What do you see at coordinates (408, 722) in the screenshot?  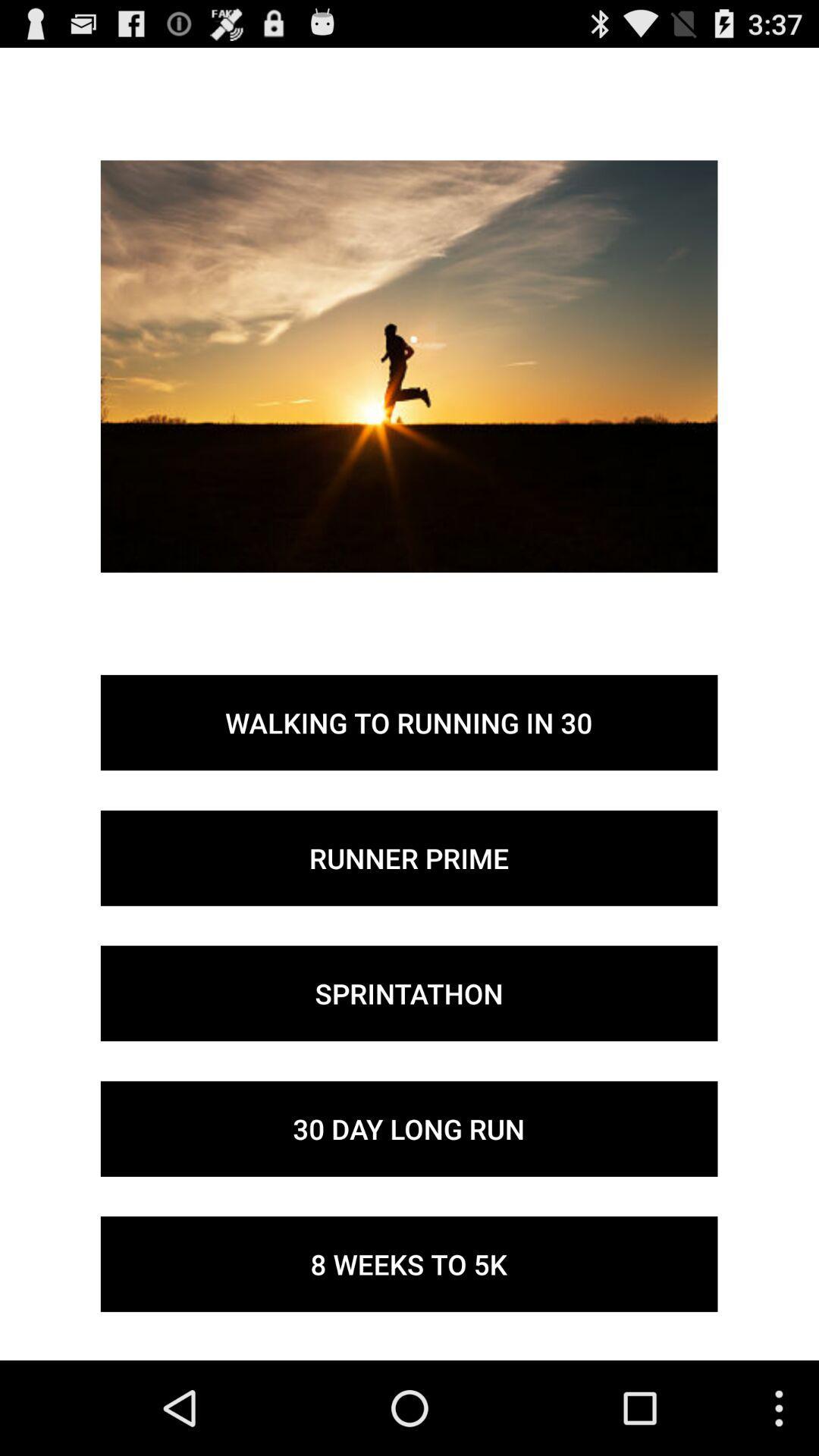 I see `the walking to running item` at bounding box center [408, 722].